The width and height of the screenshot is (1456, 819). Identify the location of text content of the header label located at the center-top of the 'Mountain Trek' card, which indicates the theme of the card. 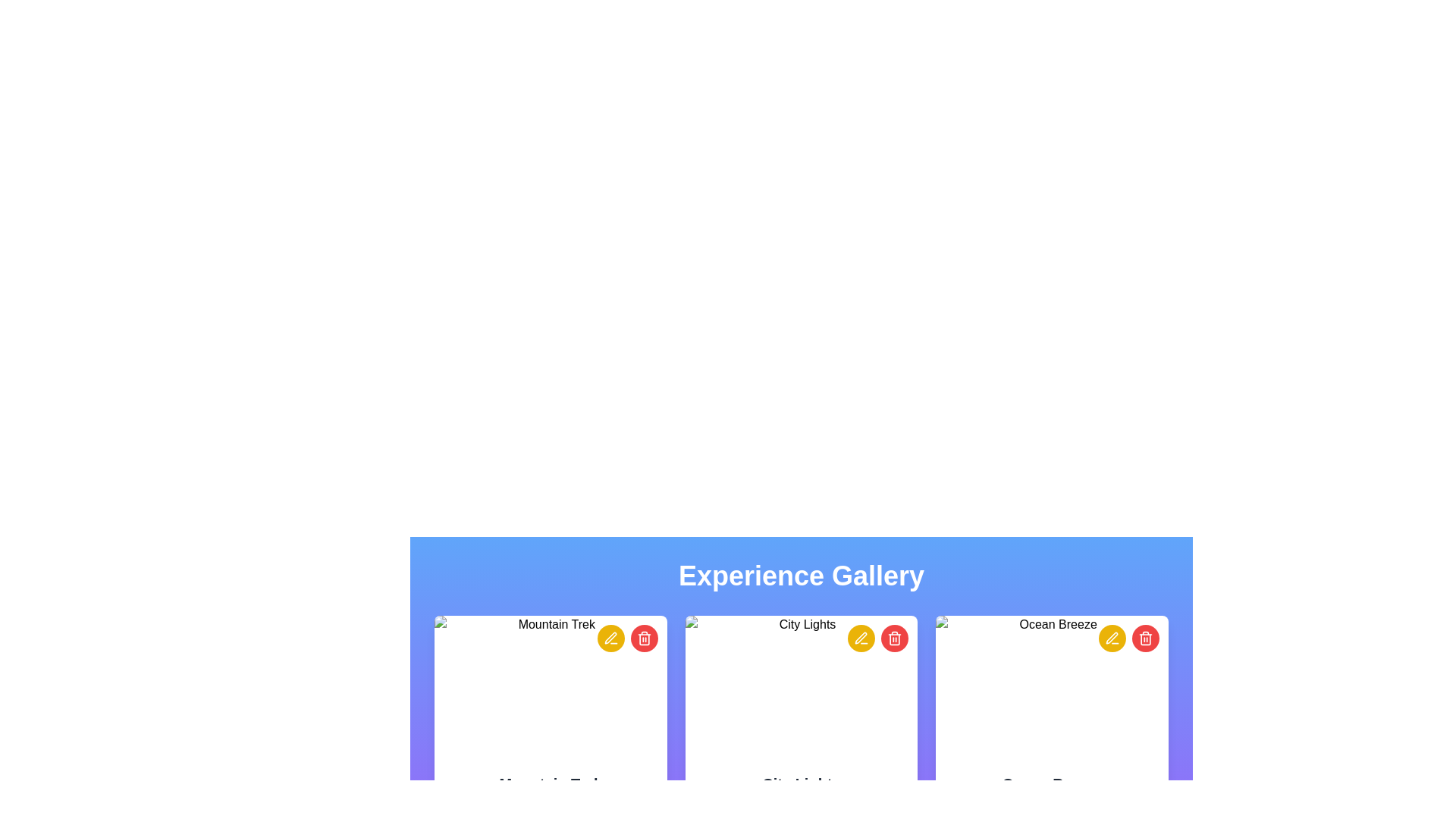
(550, 783).